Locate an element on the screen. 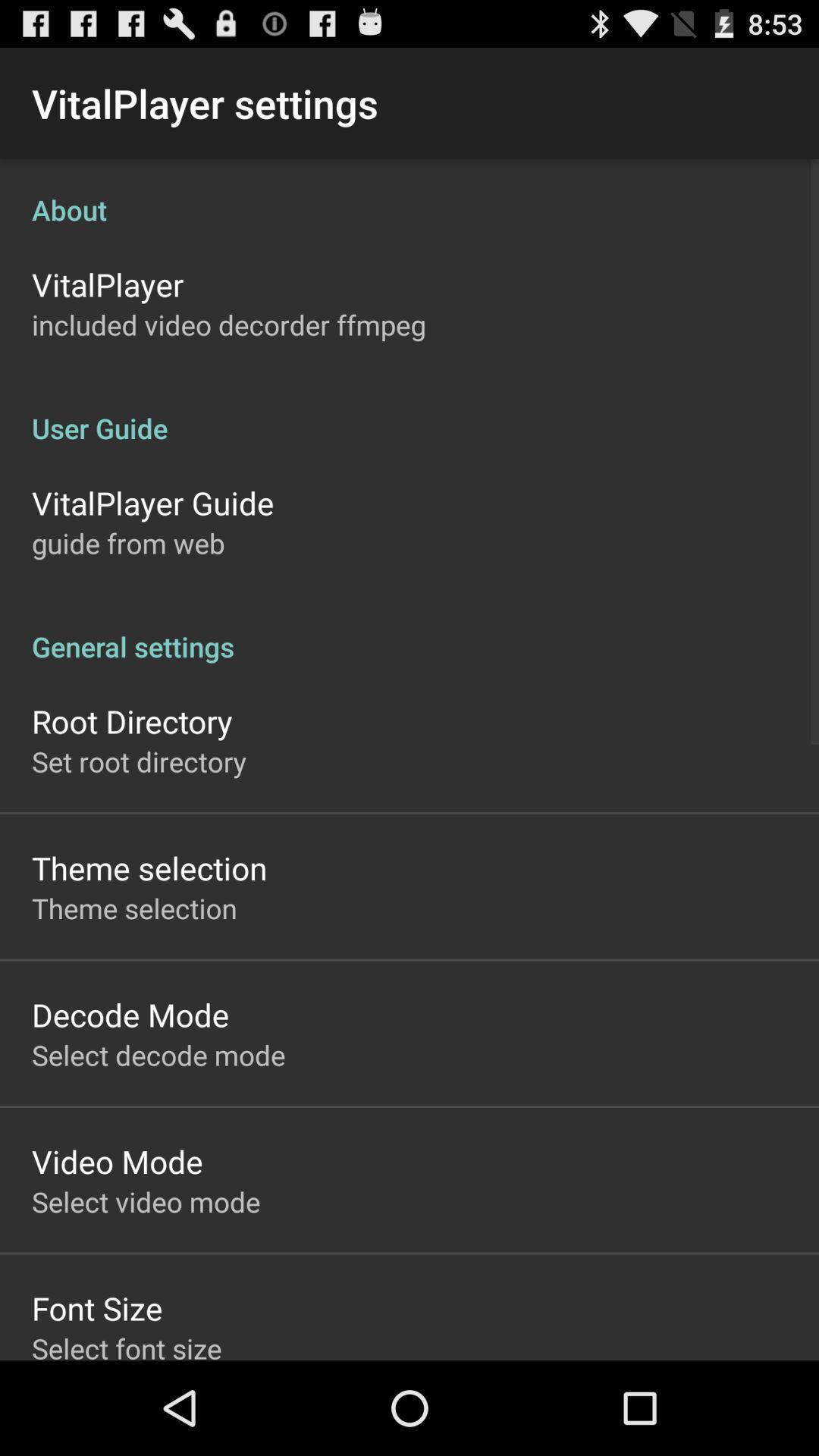  the app above the general settings icon is located at coordinates (127, 543).